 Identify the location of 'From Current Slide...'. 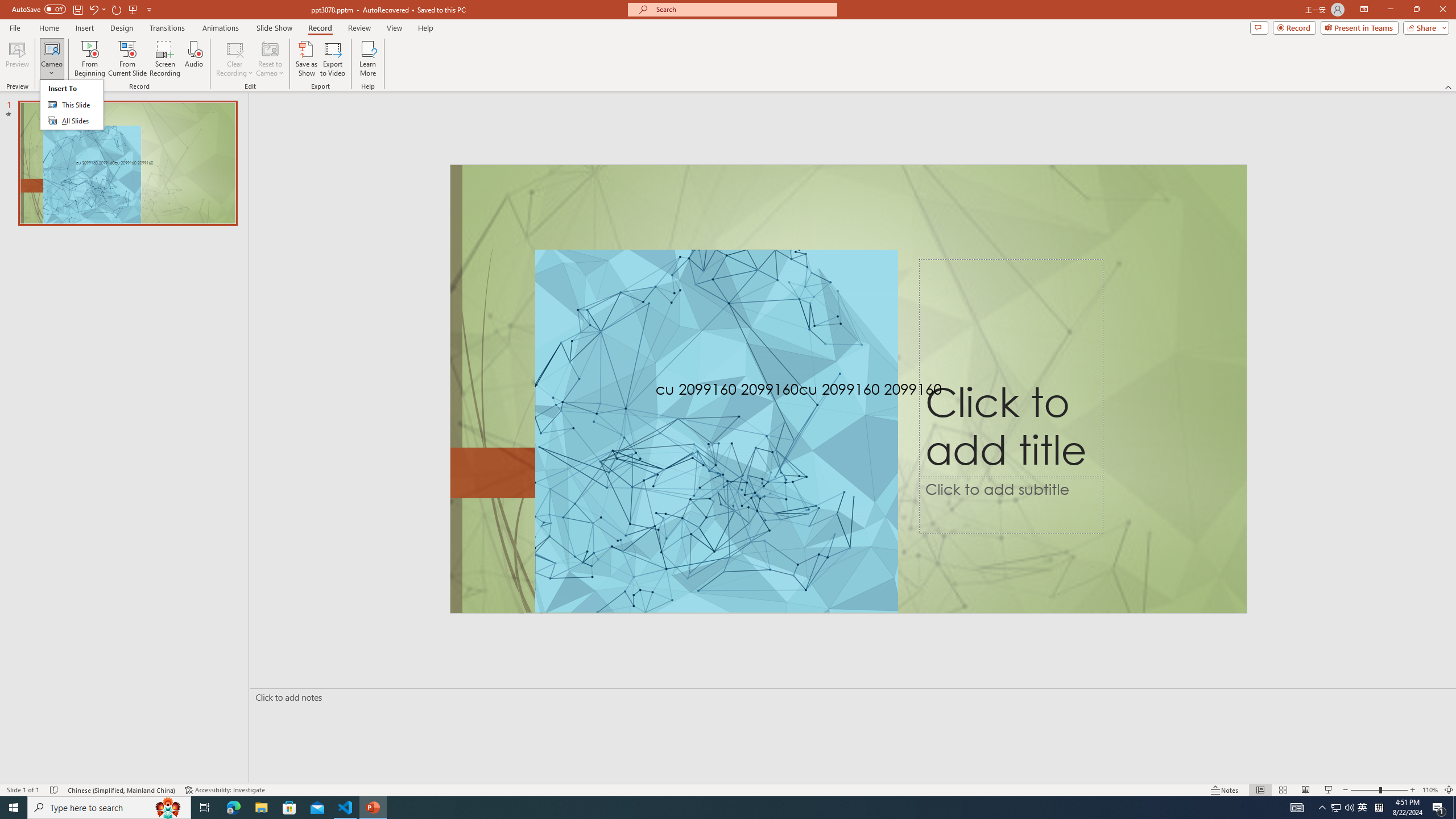
(127, 59).